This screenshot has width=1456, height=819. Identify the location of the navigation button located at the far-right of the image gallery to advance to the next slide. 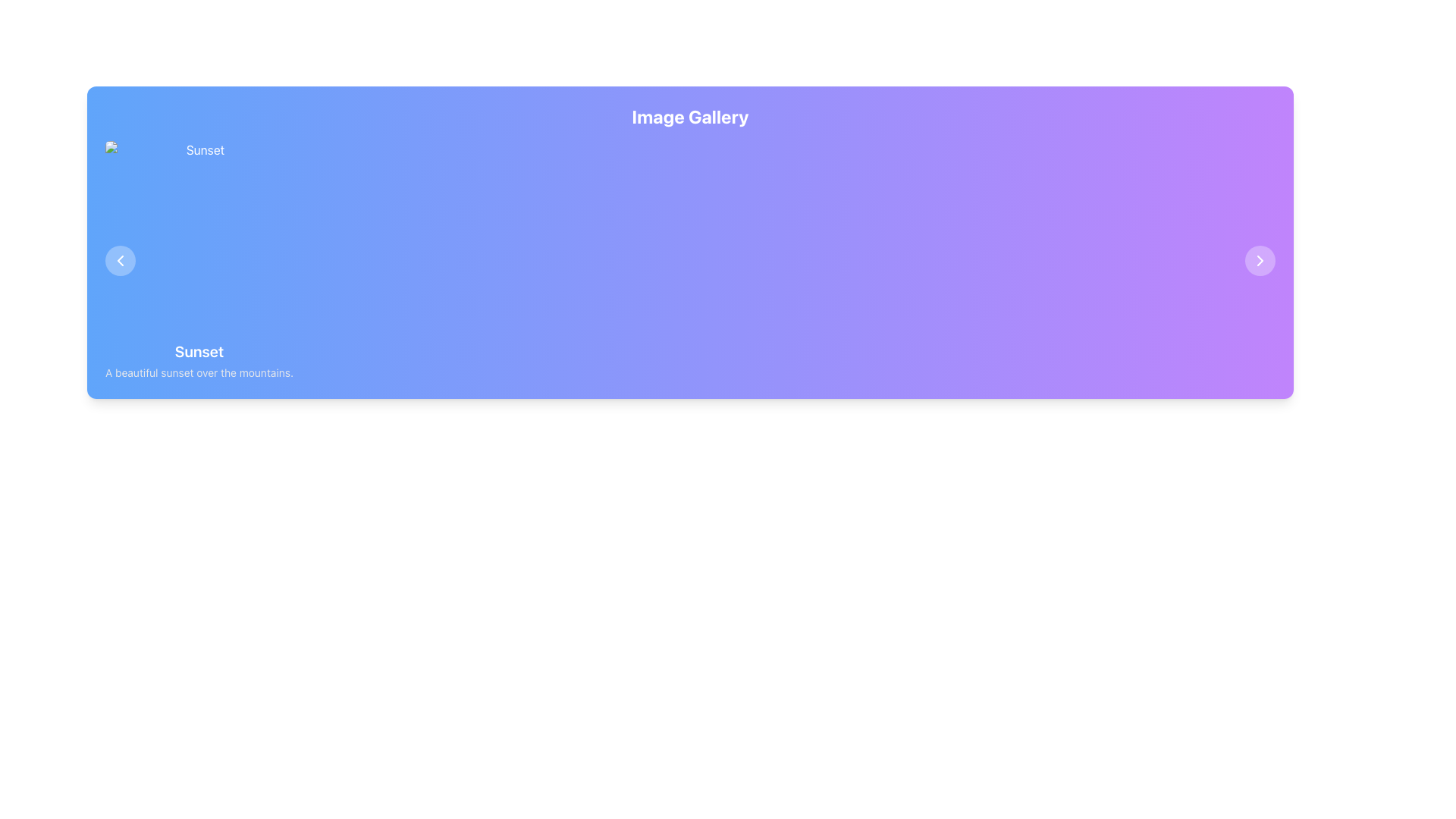
(1260, 259).